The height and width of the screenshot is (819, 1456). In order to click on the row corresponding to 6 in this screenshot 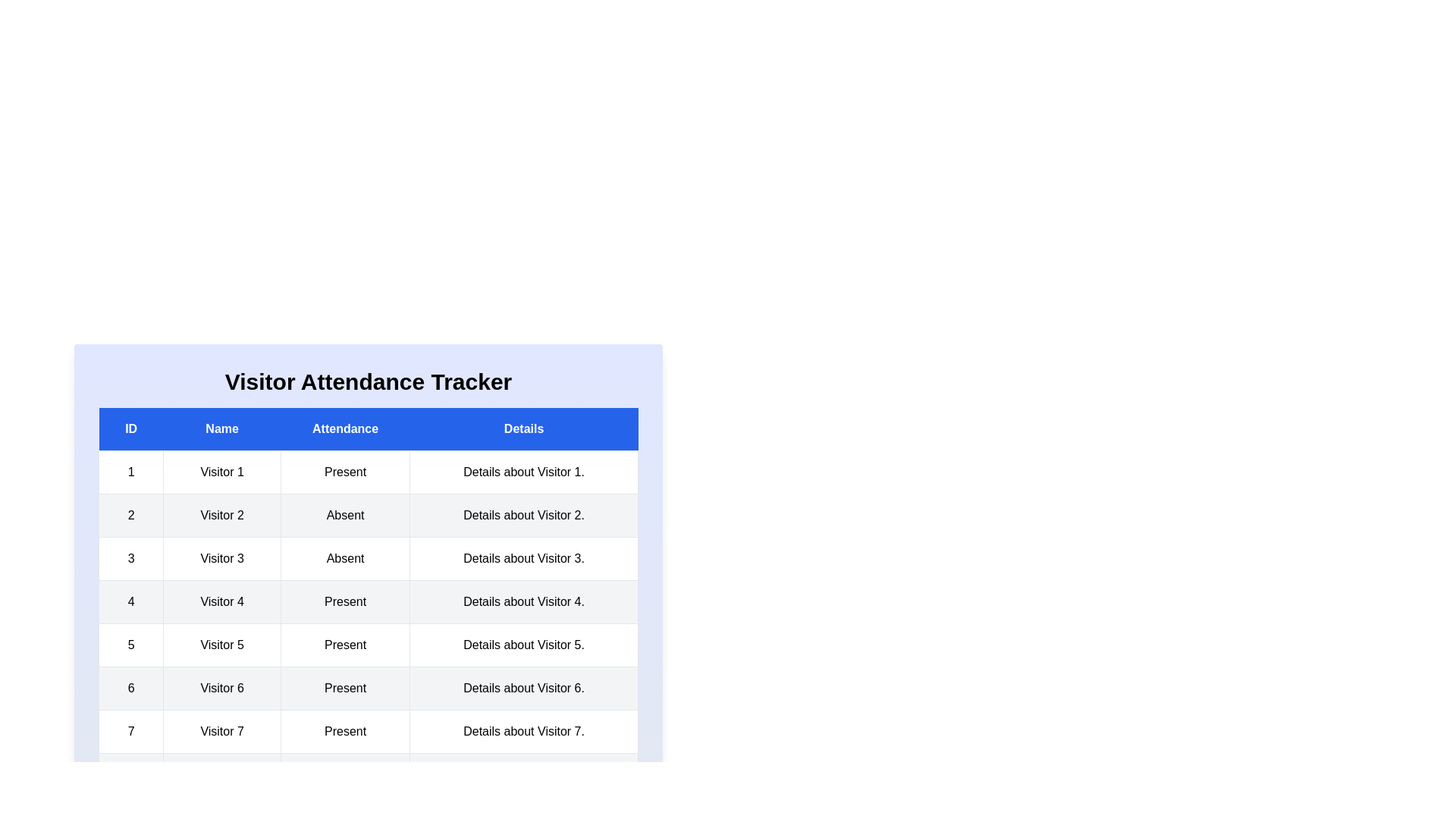, I will do `click(368, 688)`.